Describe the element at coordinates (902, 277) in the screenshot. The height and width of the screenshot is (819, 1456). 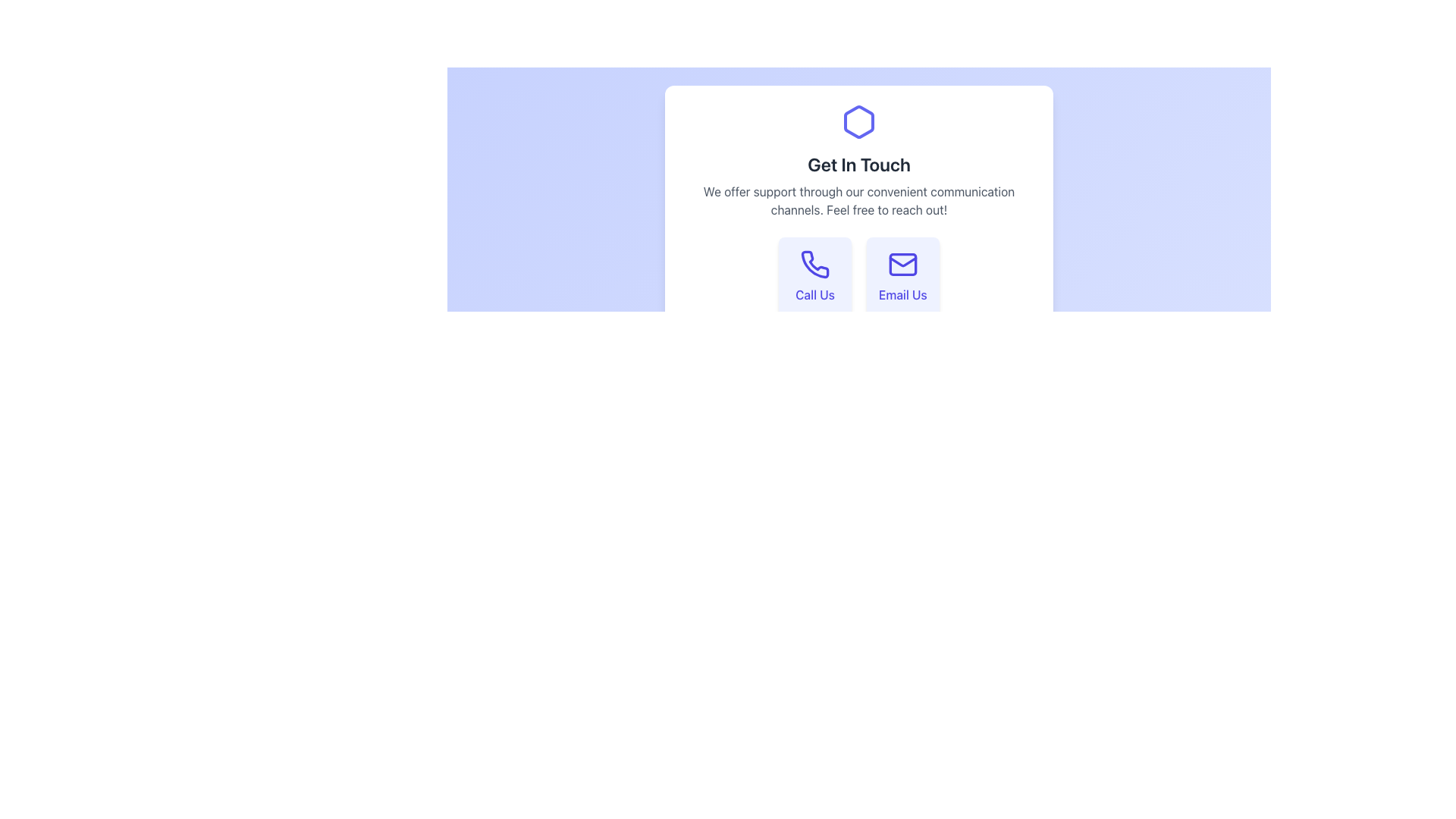
I see `the button with a light indigo background, rounded corners, and an envelope icon labeled 'Email Us', positioned to the right of the 'Call Us' button` at that location.